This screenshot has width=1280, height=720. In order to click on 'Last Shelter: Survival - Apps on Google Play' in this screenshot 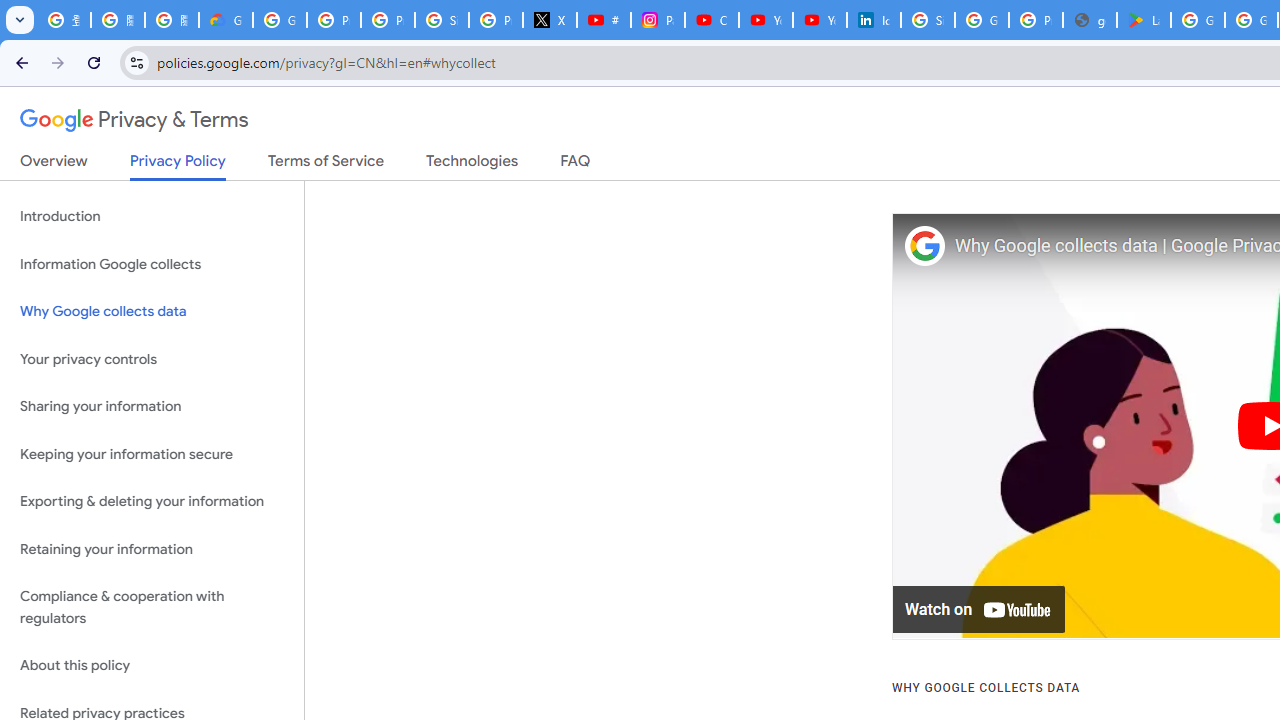, I will do `click(1144, 20)`.